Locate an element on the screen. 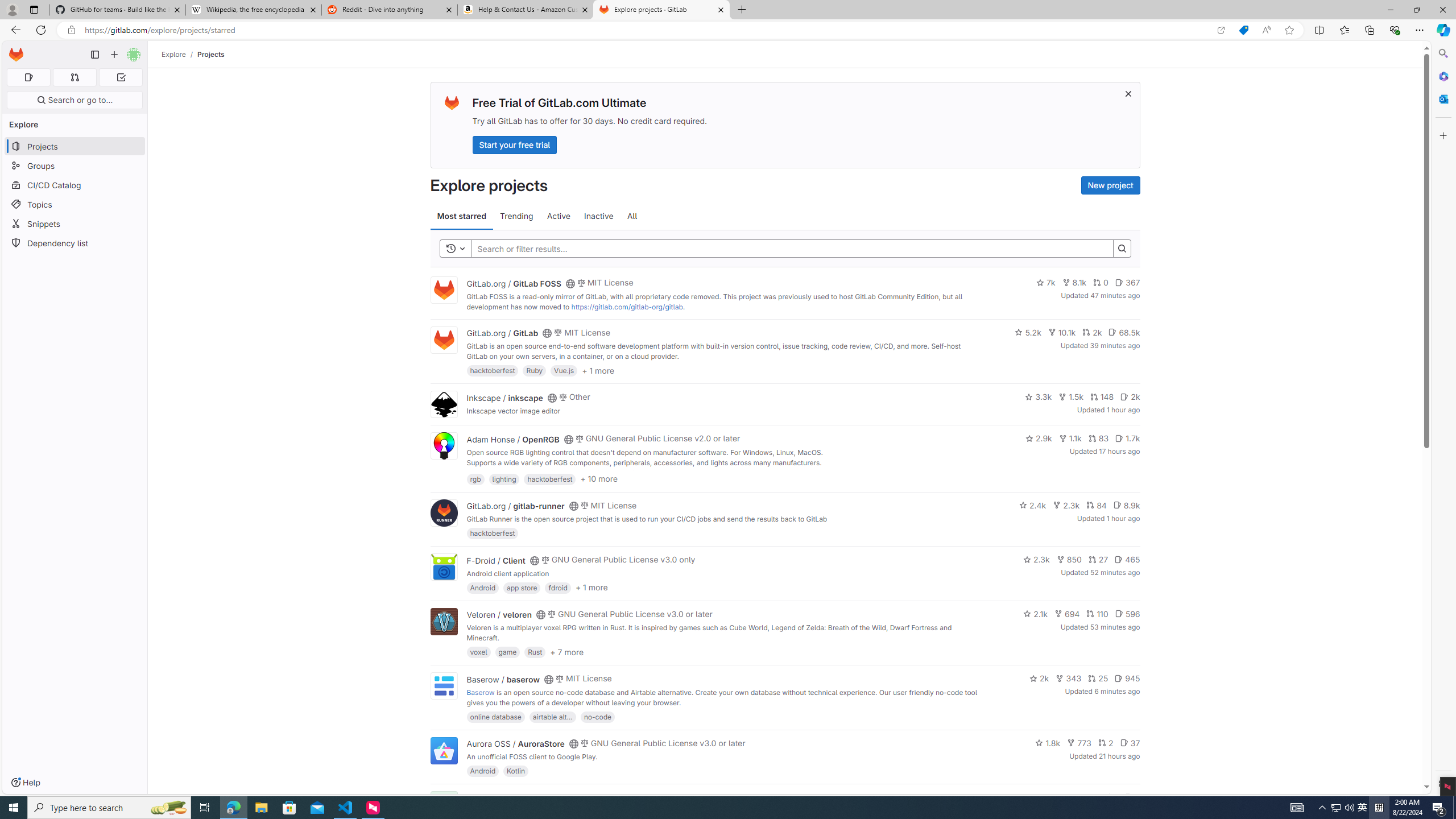  'airtable alt...' is located at coordinates (552, 716).